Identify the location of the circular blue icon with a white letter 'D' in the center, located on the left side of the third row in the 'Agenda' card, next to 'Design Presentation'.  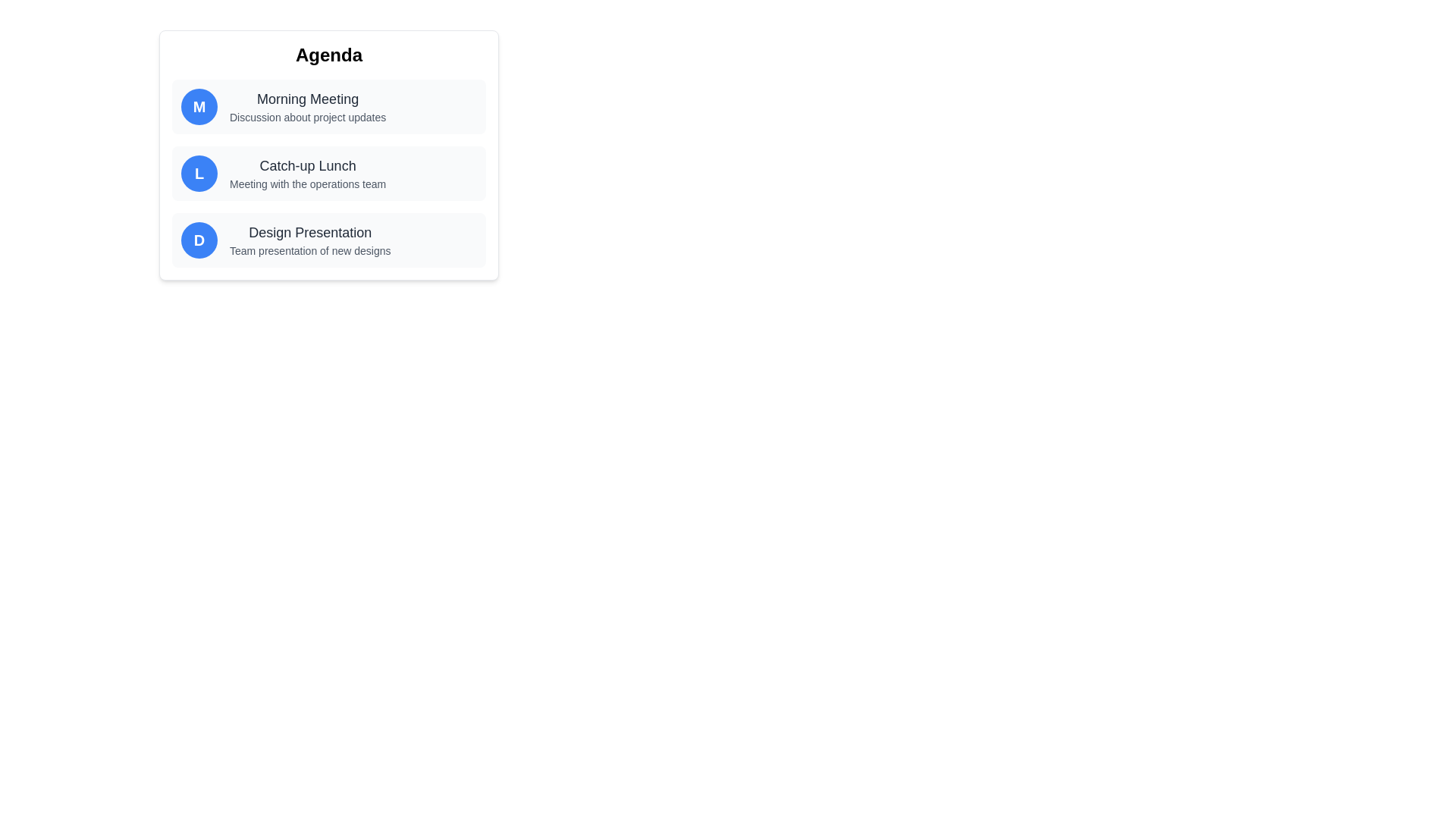
(199, 239).